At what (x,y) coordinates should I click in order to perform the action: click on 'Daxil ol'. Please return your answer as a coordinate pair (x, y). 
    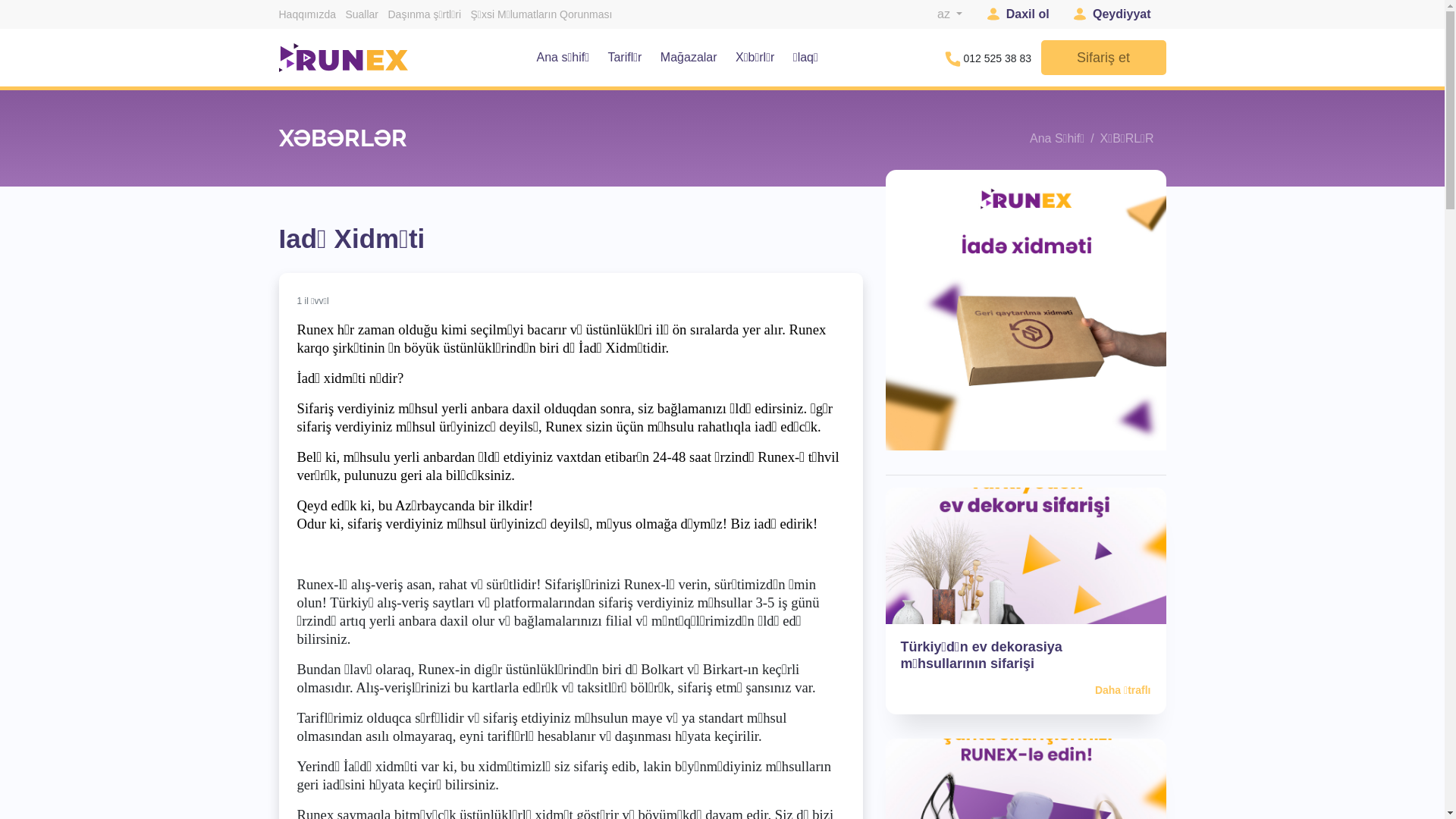
    Looking at the image, I should click on (1018, 14).